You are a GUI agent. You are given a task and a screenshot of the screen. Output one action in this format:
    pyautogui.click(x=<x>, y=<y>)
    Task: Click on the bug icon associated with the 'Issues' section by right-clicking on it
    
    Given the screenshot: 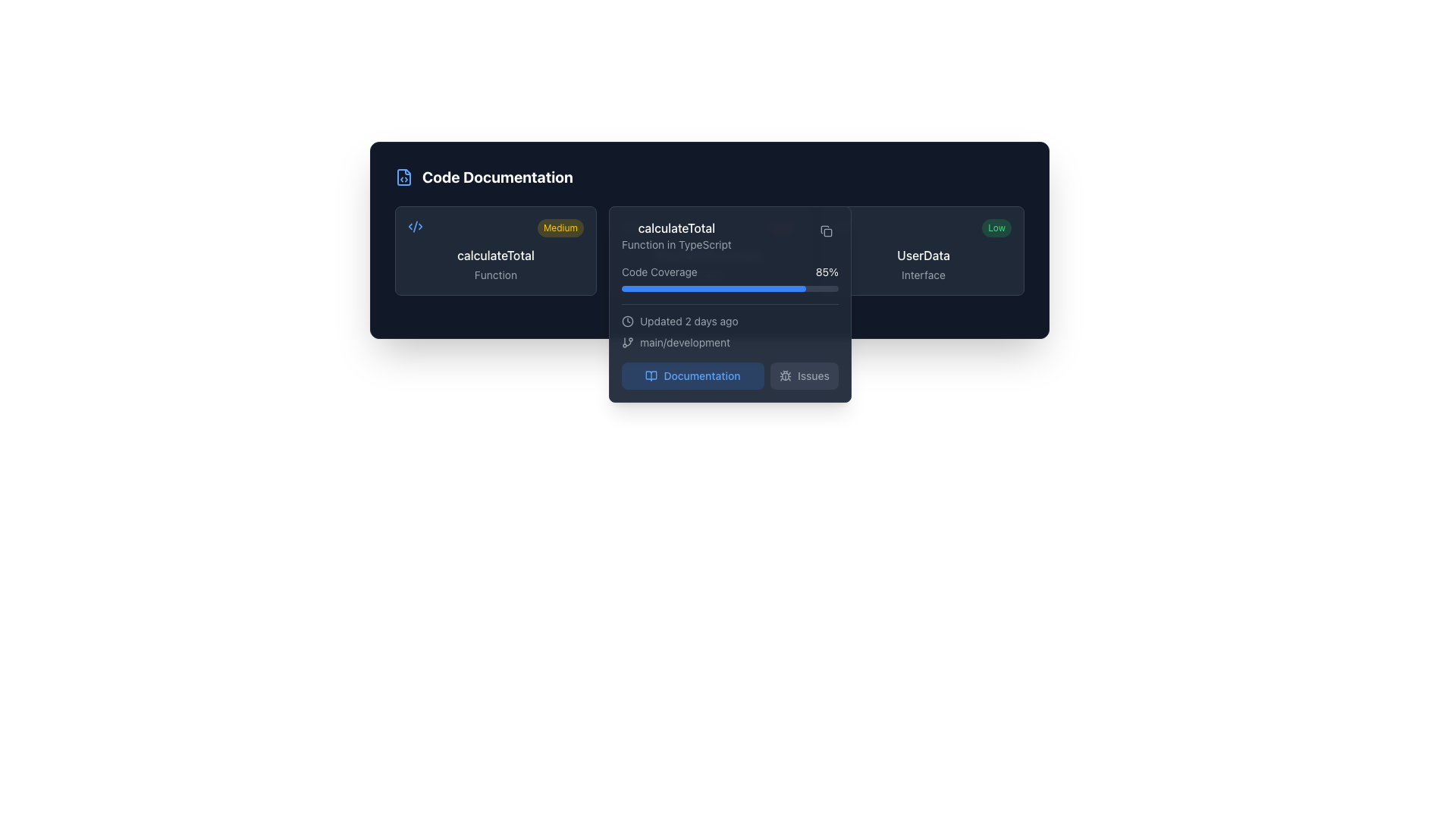 What is the action you would take?
    pyautogui.click(x=786, y=375)
    